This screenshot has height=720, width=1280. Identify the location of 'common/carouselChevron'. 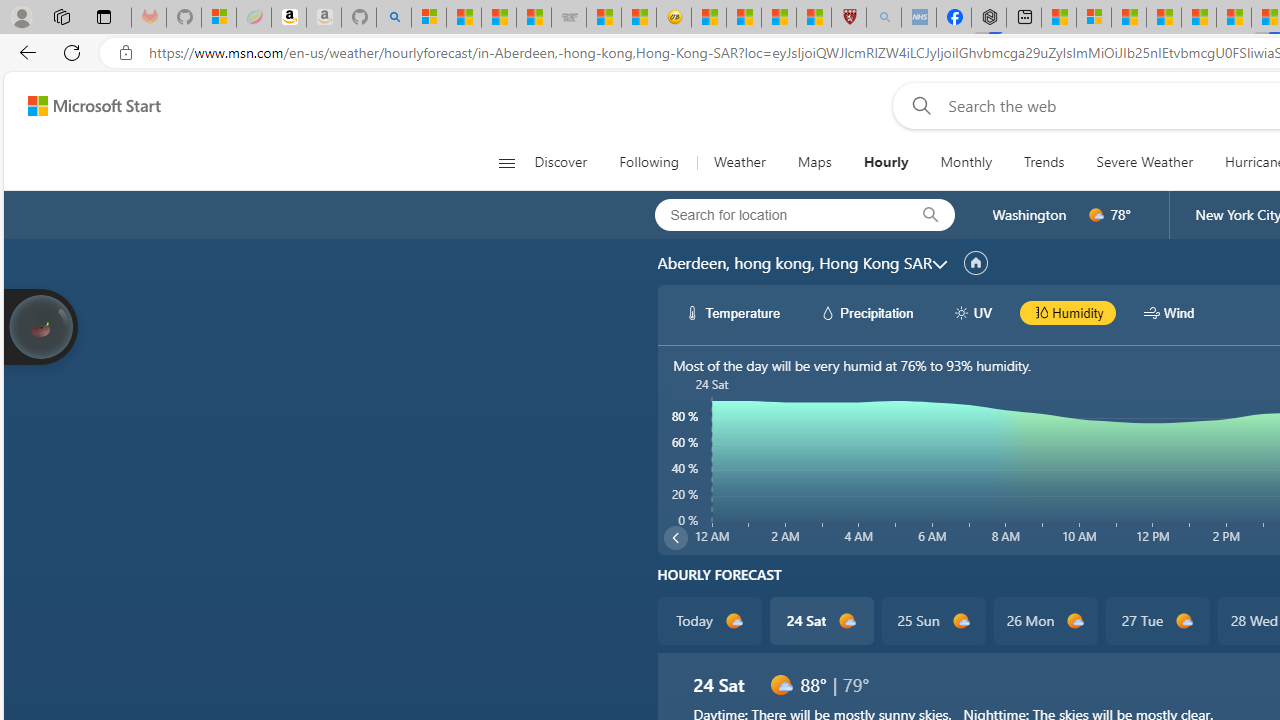
(675, 537).